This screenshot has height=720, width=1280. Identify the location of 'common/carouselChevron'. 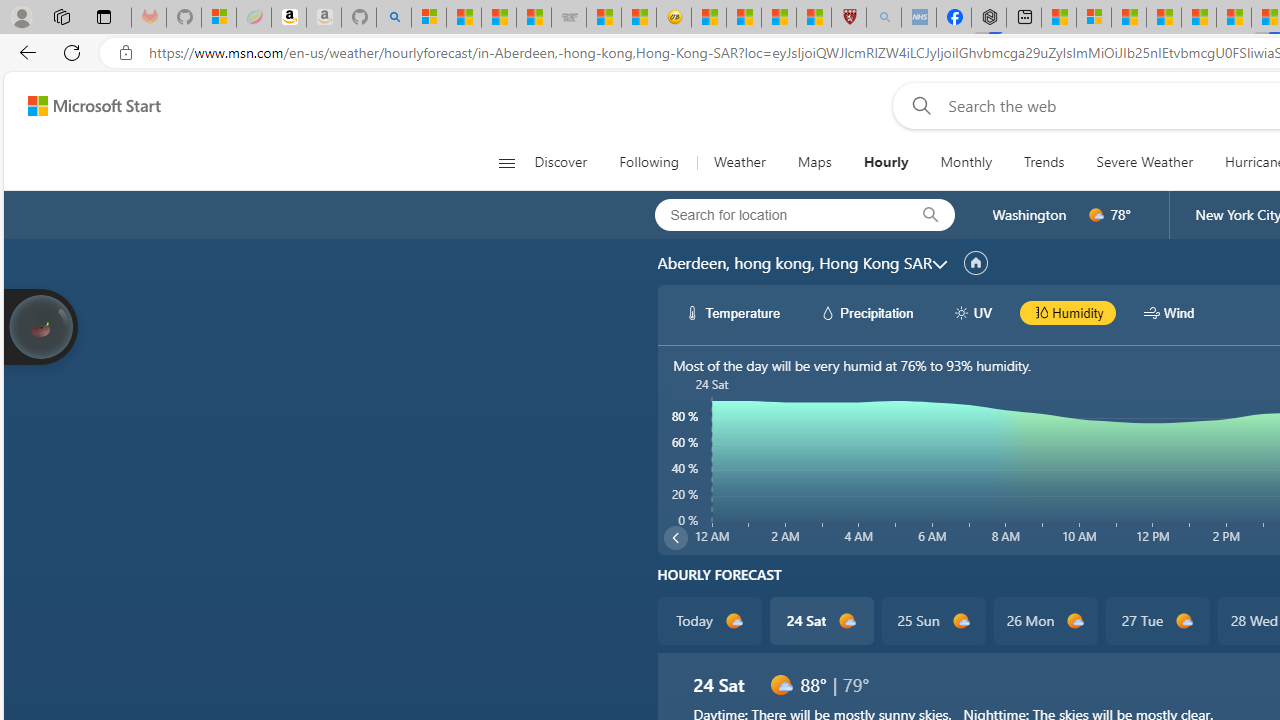
(675, 537).